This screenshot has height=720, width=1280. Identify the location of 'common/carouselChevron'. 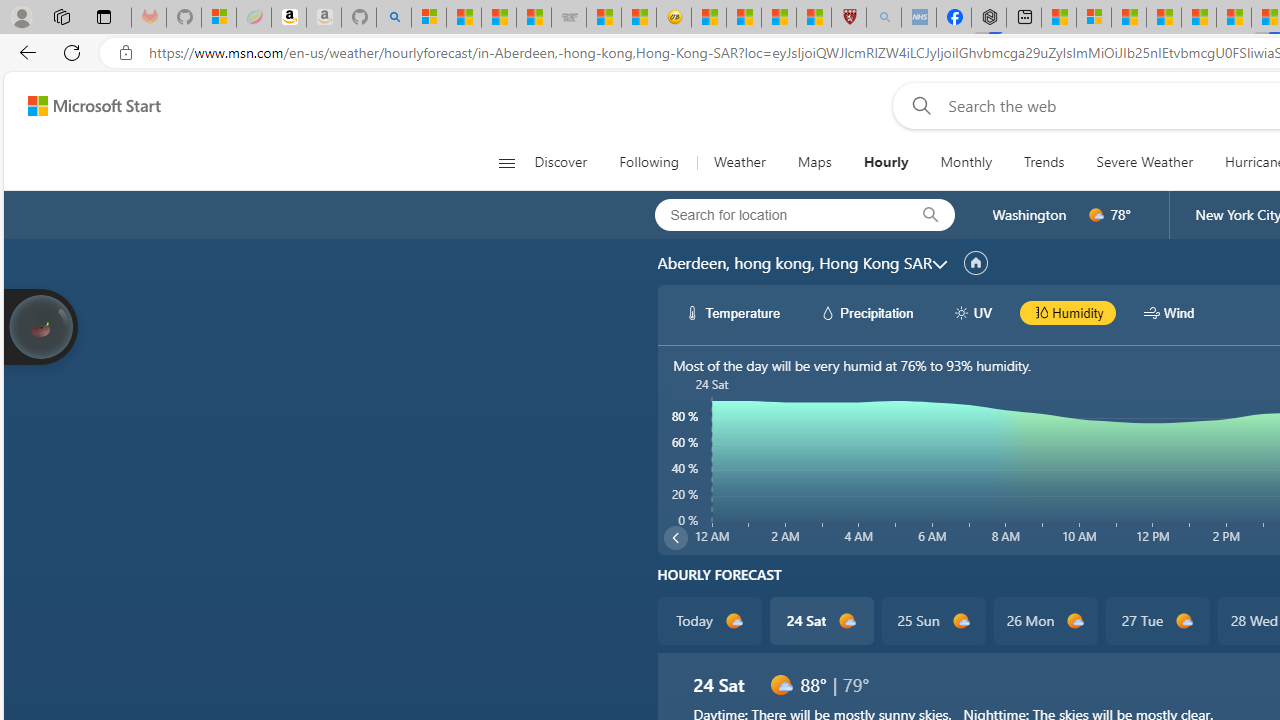
(675, 537).